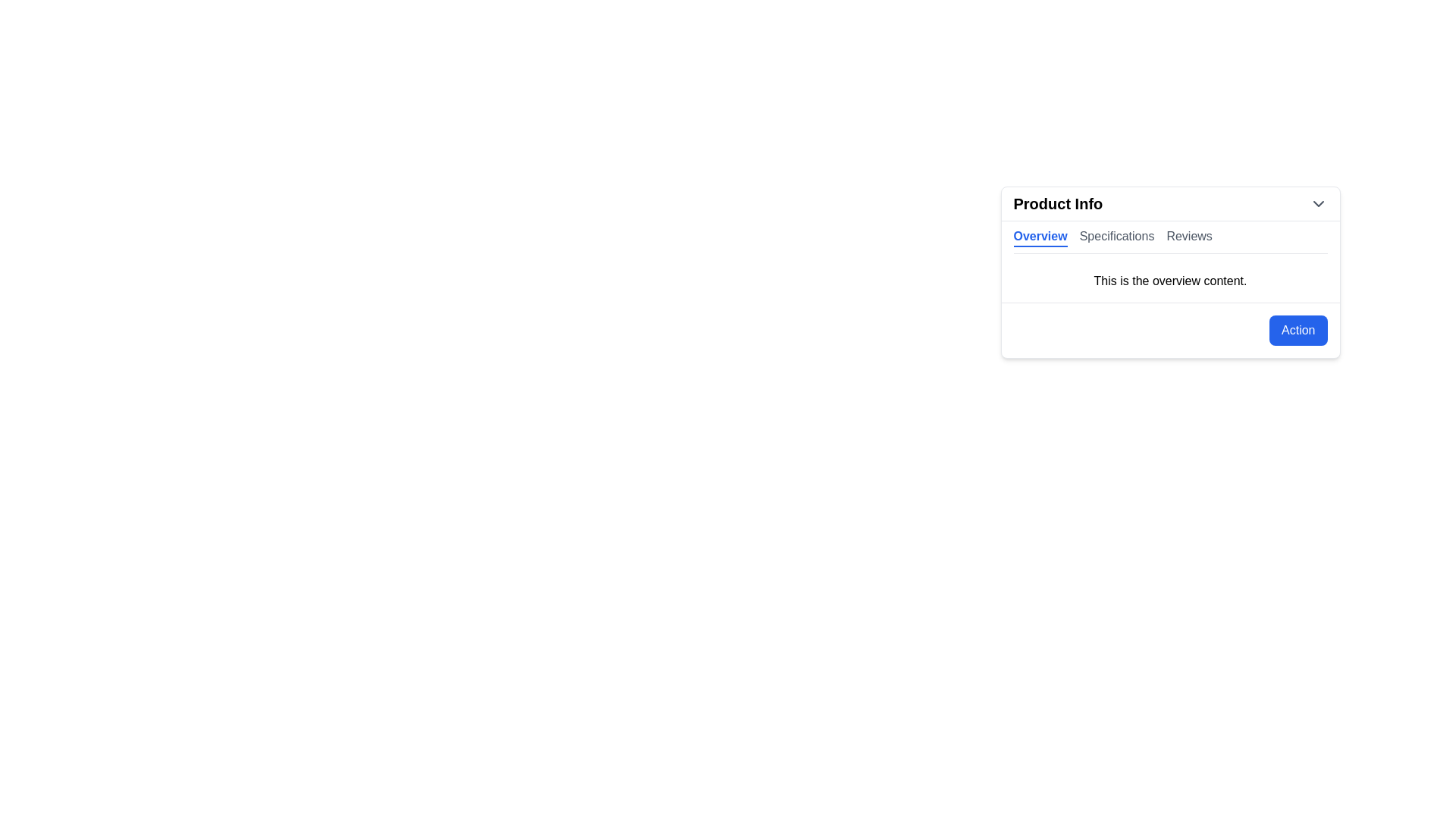  Describe the element at coordinates (1117, 237) in the screenshot. I see `the middle Tab label in the horizontal navigation bar, which is positioned between the 'Overview' and 'Reviews' elements` at that location.